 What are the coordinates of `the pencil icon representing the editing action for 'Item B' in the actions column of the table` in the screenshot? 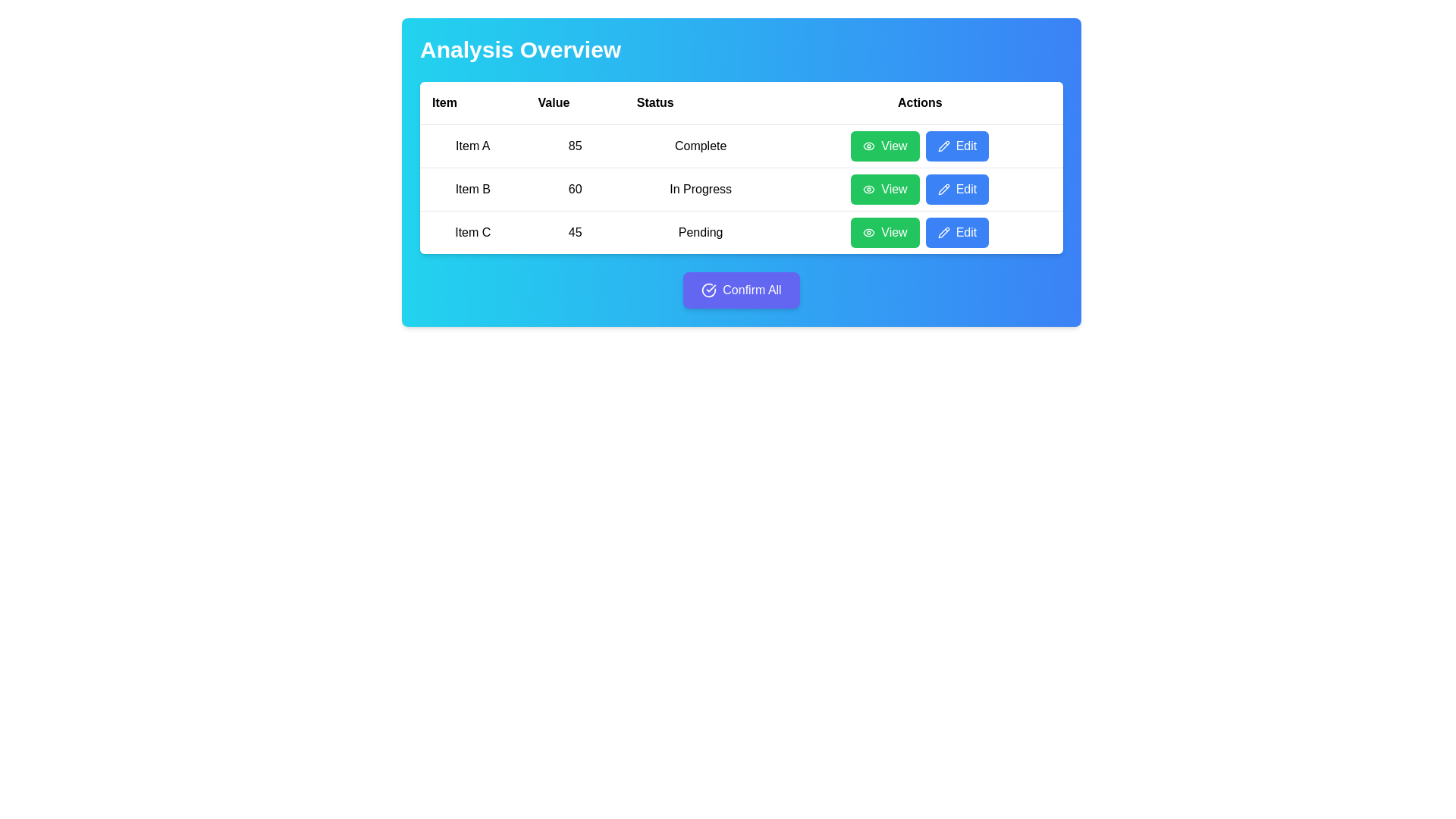 It's located at (943, 189).